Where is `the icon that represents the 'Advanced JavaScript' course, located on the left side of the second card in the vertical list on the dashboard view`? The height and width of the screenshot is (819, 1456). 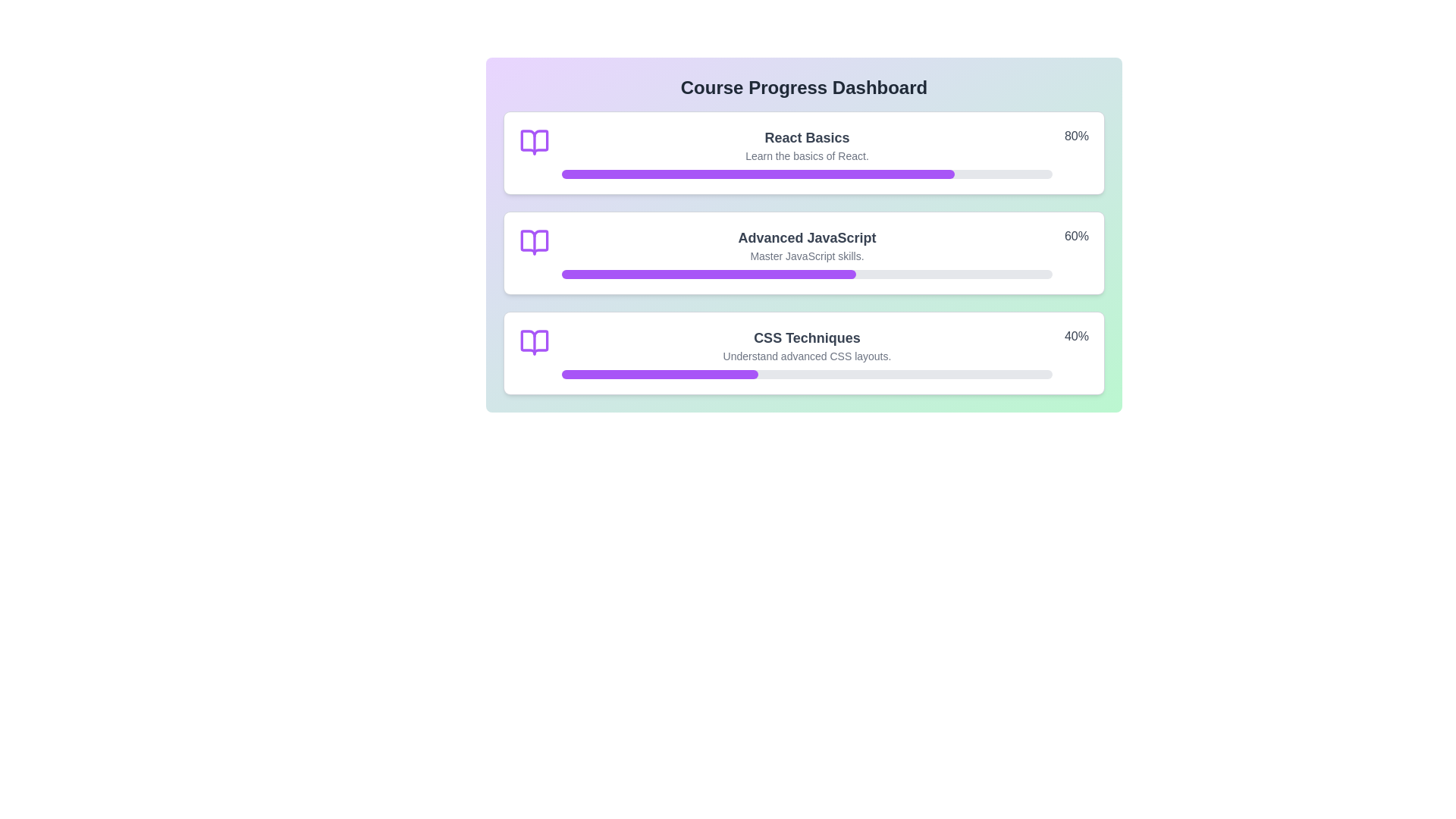
the icon that represents the 'Advanced JavaScript' course, located on the left side of the second card in the vertical list on the dashboard view is located at coordinates (535, 242).